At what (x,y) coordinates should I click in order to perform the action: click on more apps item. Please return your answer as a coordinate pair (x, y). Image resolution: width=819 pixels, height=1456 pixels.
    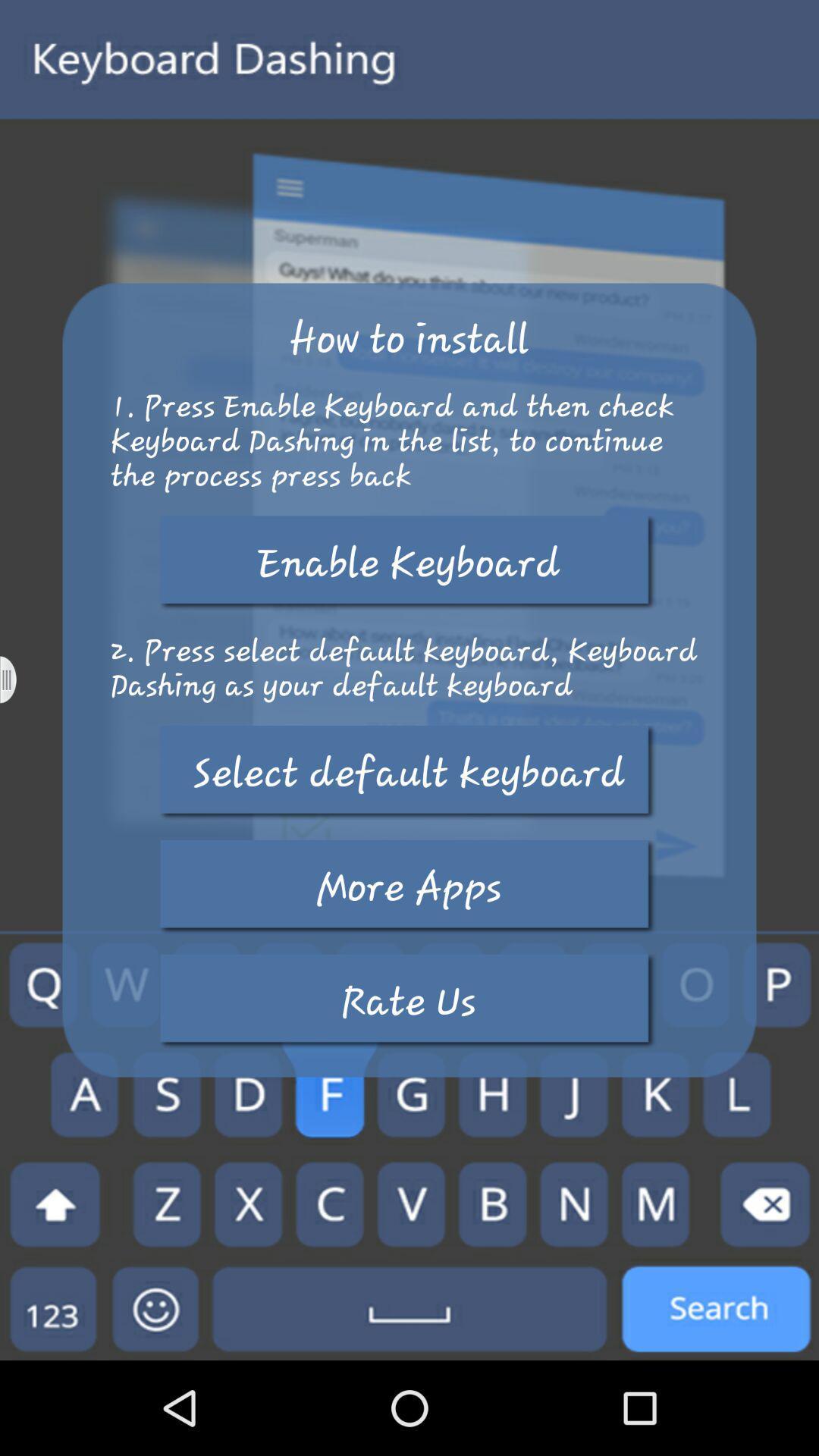
    Looking at the image, I should click on (408, 887).